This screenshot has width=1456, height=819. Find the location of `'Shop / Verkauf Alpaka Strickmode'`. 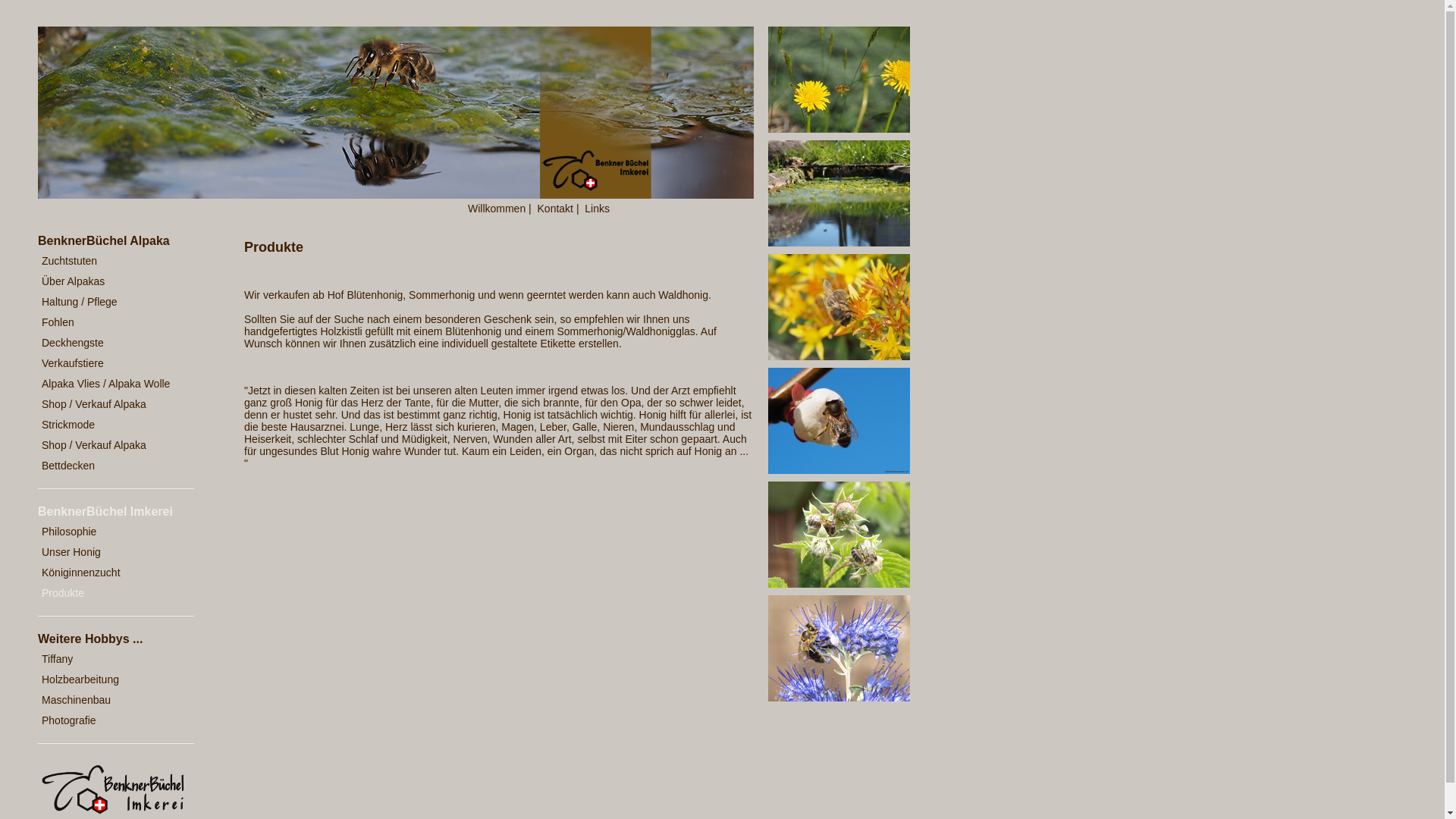

'Shop / Verkauf Alpaka Strickmode' is located at coordinates (108, 415).